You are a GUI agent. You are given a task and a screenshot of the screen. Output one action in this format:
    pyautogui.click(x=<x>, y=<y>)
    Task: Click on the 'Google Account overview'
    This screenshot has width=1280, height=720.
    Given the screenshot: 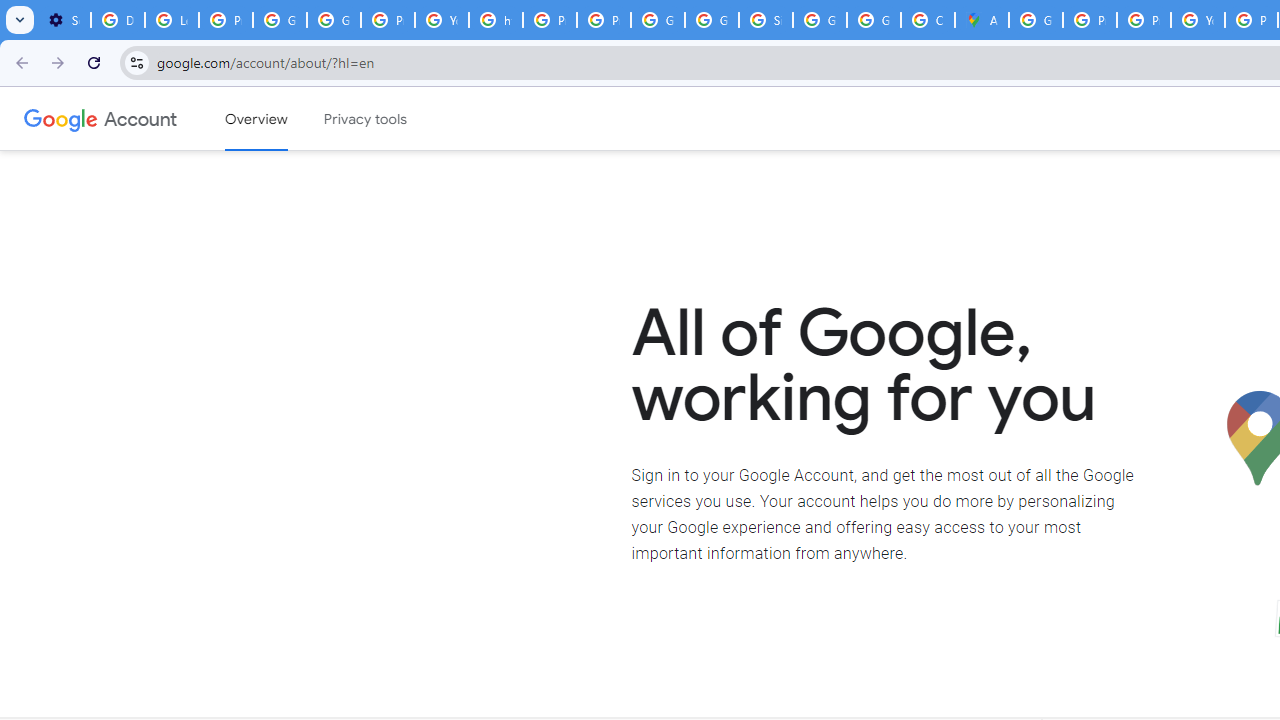 What is the action you would take?
    pyautogui.click(x=255, y=119)
    